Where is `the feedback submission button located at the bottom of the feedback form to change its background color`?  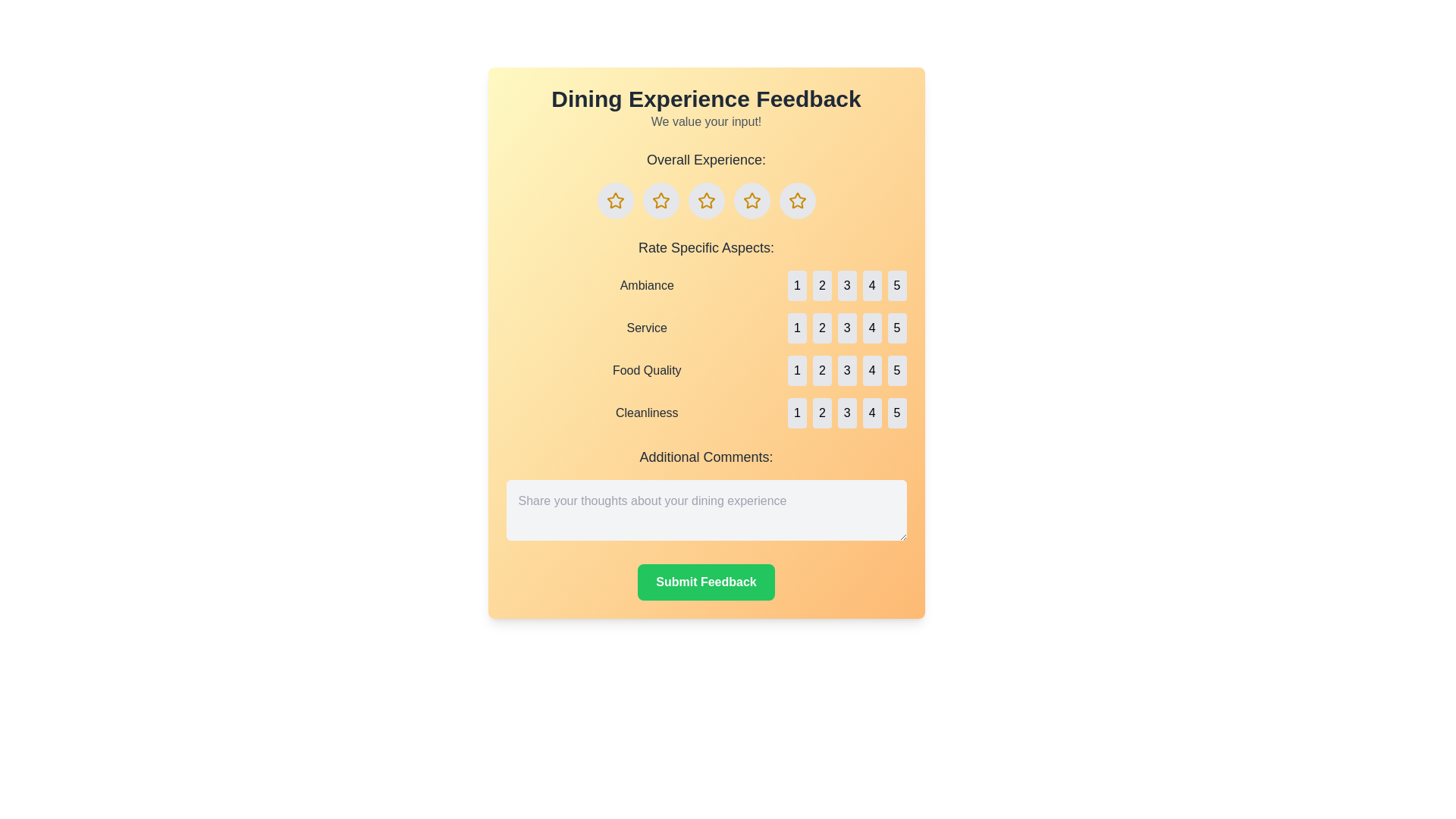 the feedback submission button located at the bottom of the feedback form to change its background color is located at coordinates (705, 581).